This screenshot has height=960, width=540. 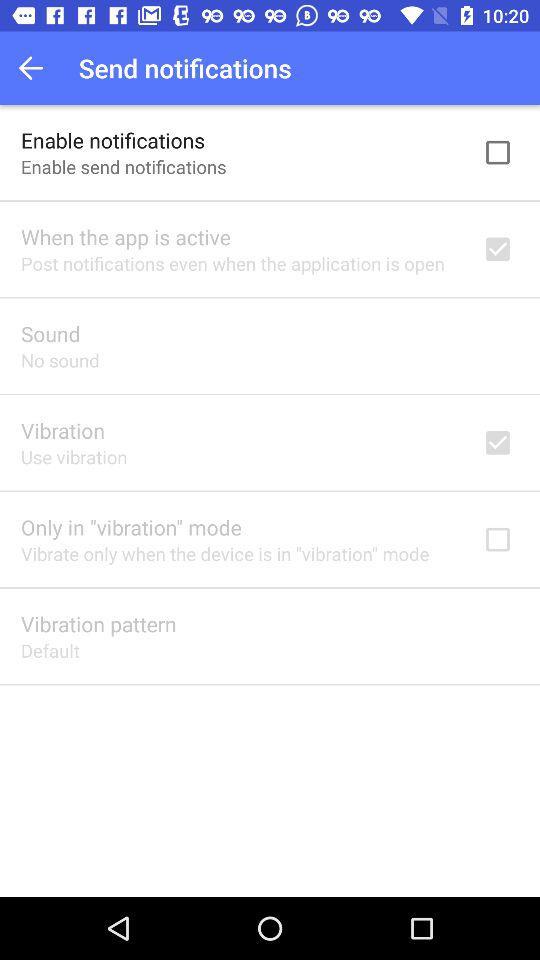 What do you see at coordinates (50, 649) in the screenshot?
I see `default item` at bounding box center [50, 649].